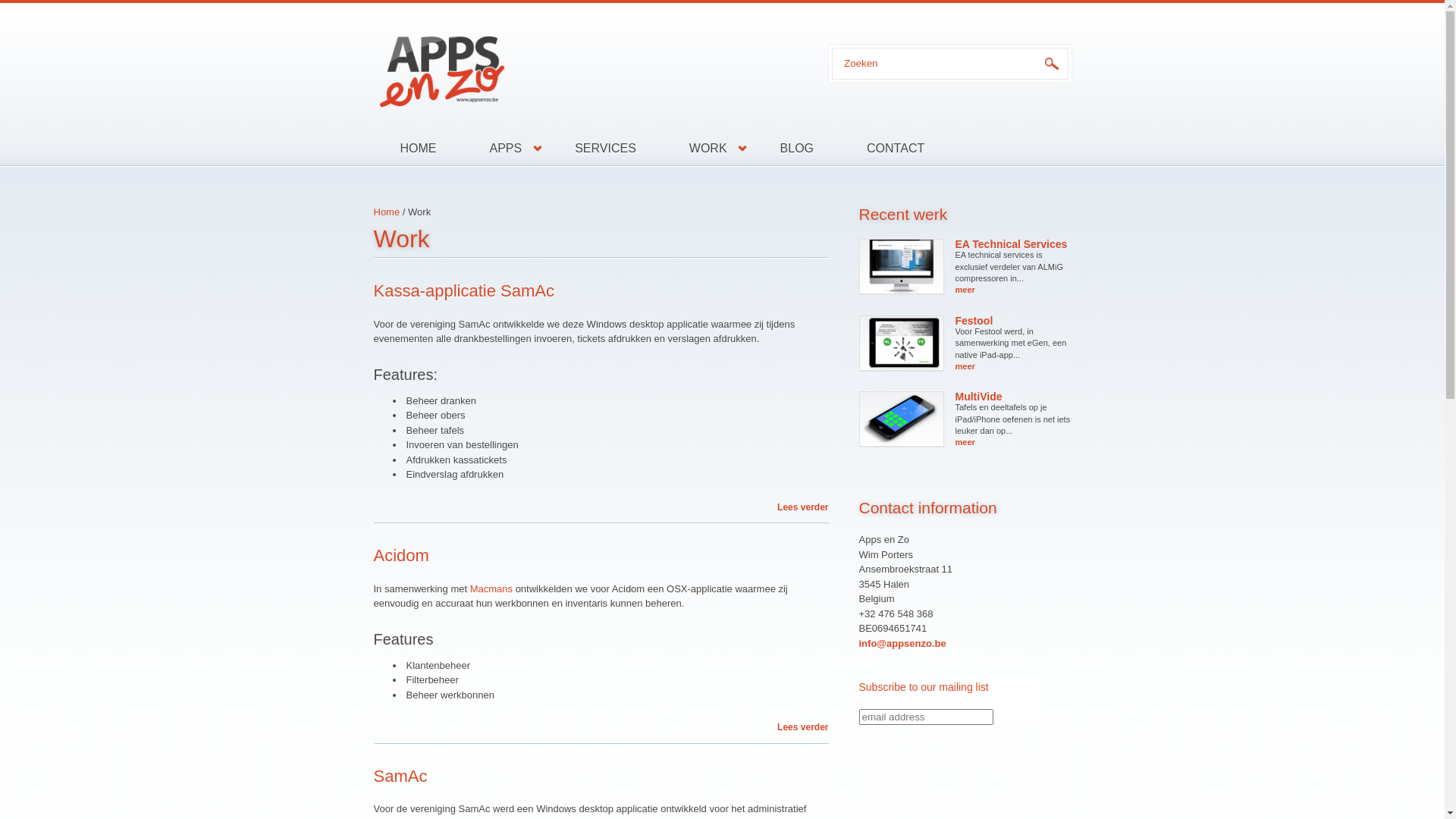 This screenshot has width=1456, height=819. I want to click on 'Home', so click(386, 212).